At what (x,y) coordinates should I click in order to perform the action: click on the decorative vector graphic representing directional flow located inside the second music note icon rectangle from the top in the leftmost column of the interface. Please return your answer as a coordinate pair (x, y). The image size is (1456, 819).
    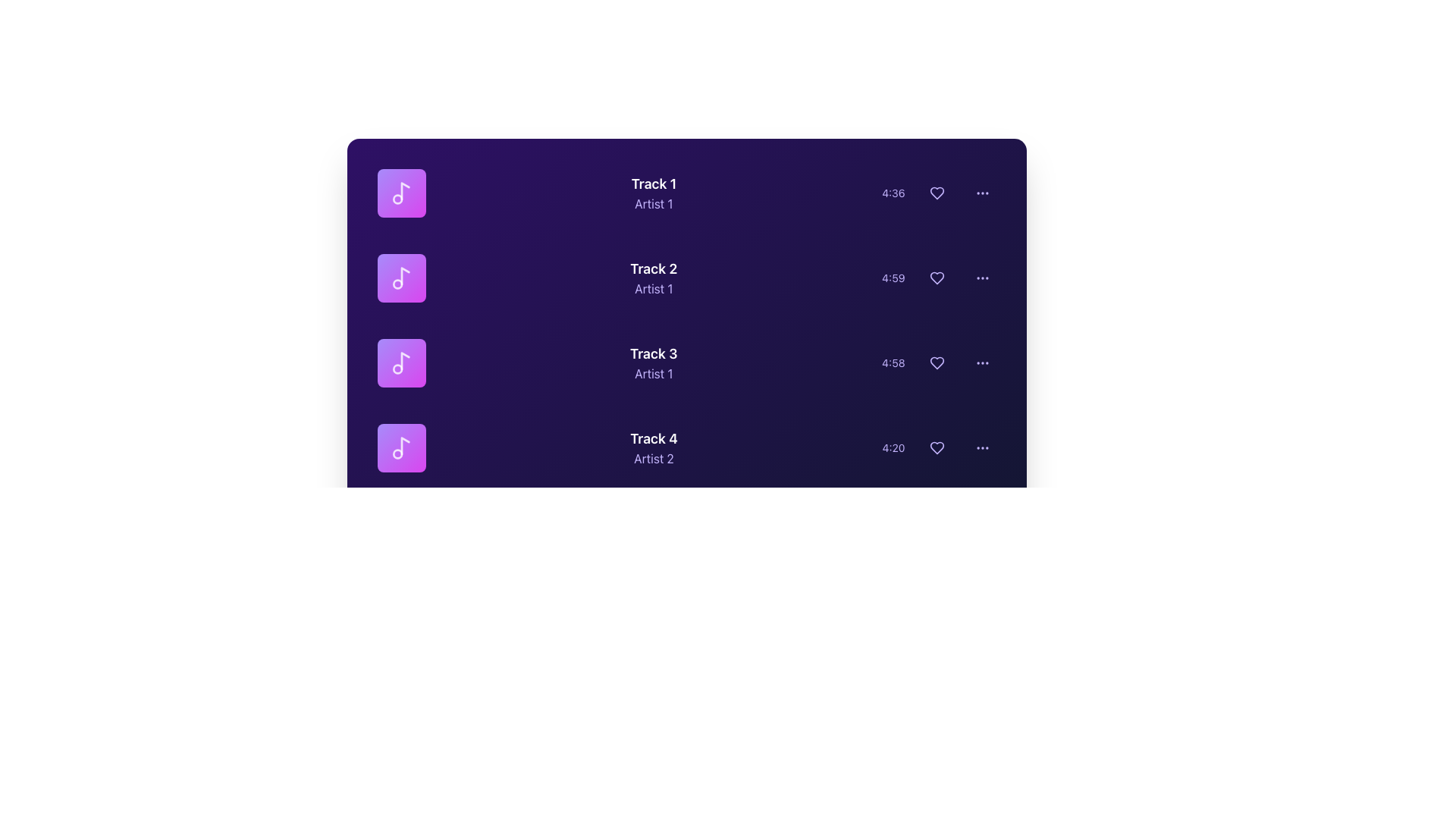
    Looking at the image, I should click on (402, 278).